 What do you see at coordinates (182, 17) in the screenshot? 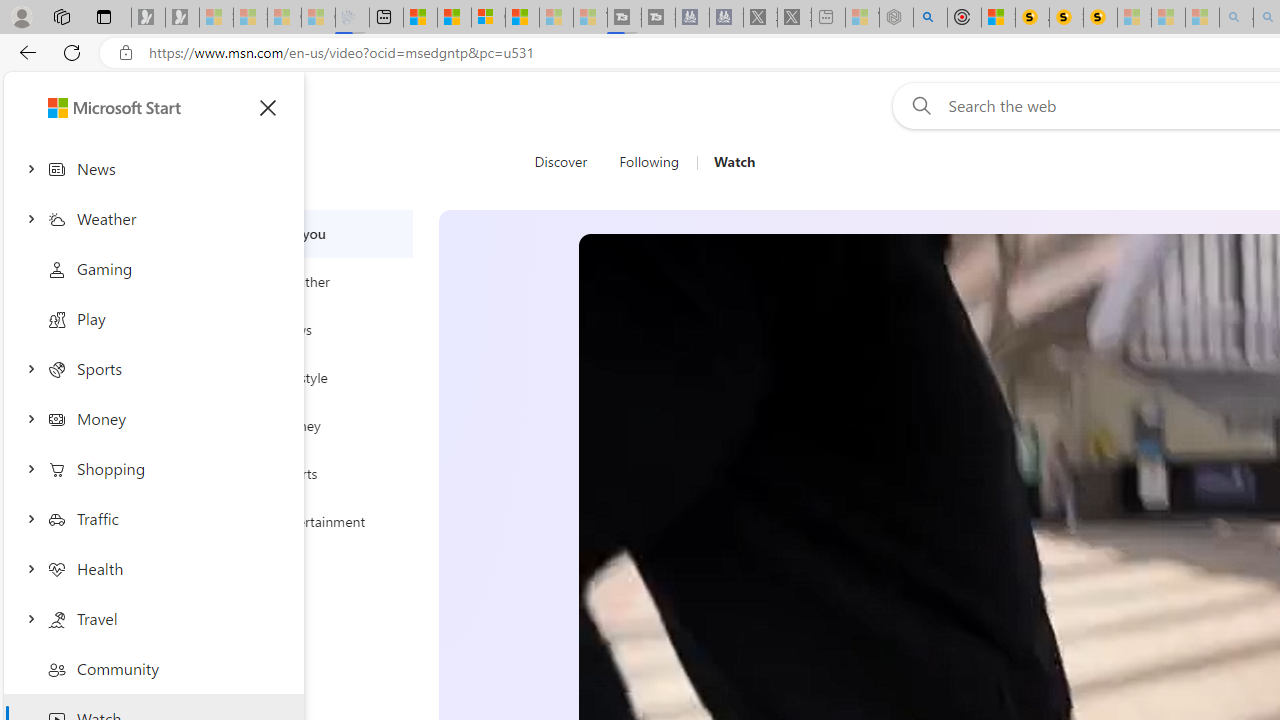
I see `'Newsletter Sign Up - Sleeping'` at bounding box center [182, 17].